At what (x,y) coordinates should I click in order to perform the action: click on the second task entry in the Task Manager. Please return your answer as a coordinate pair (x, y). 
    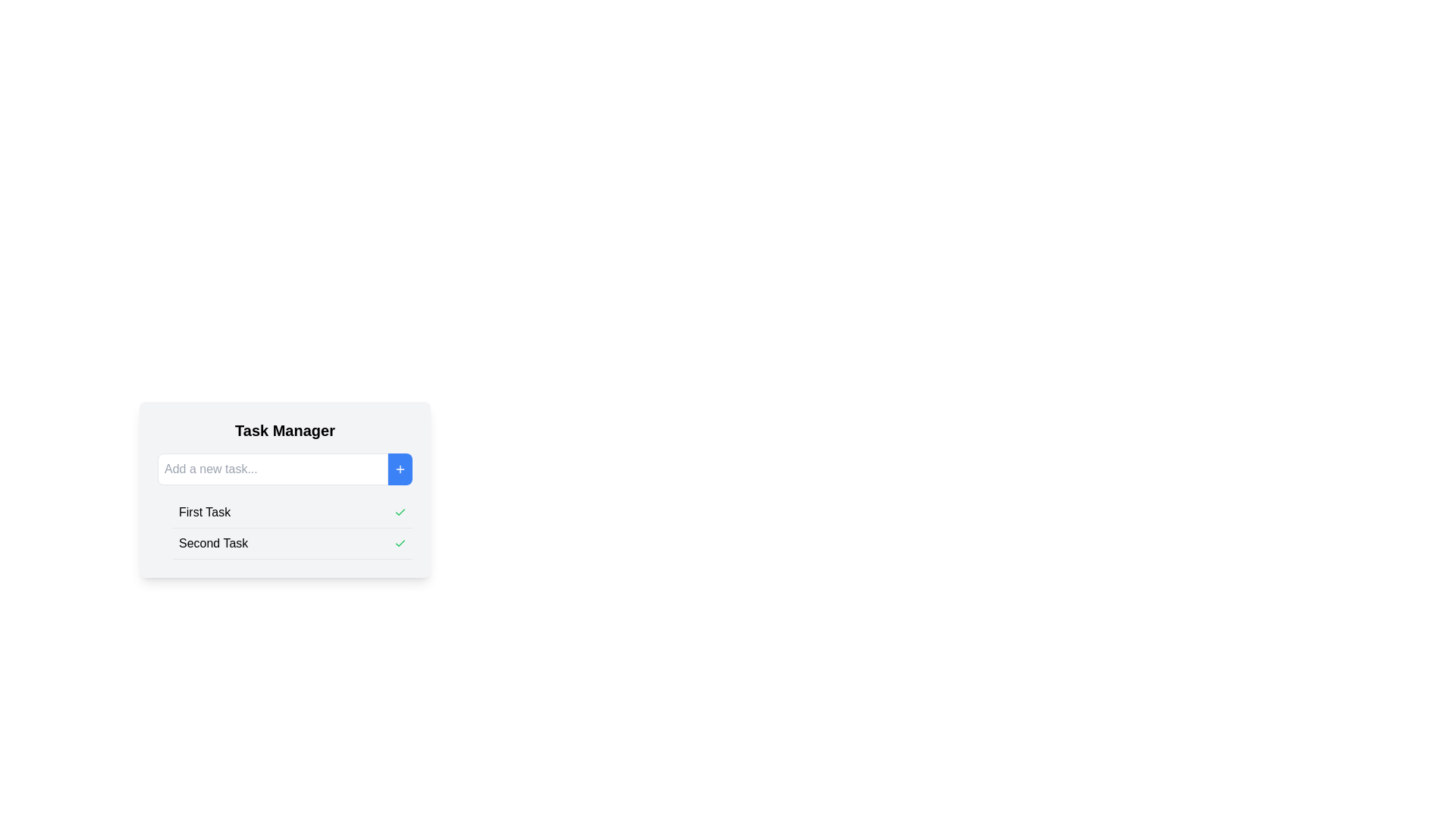
    Looking at the image, I should click on (292, 543).